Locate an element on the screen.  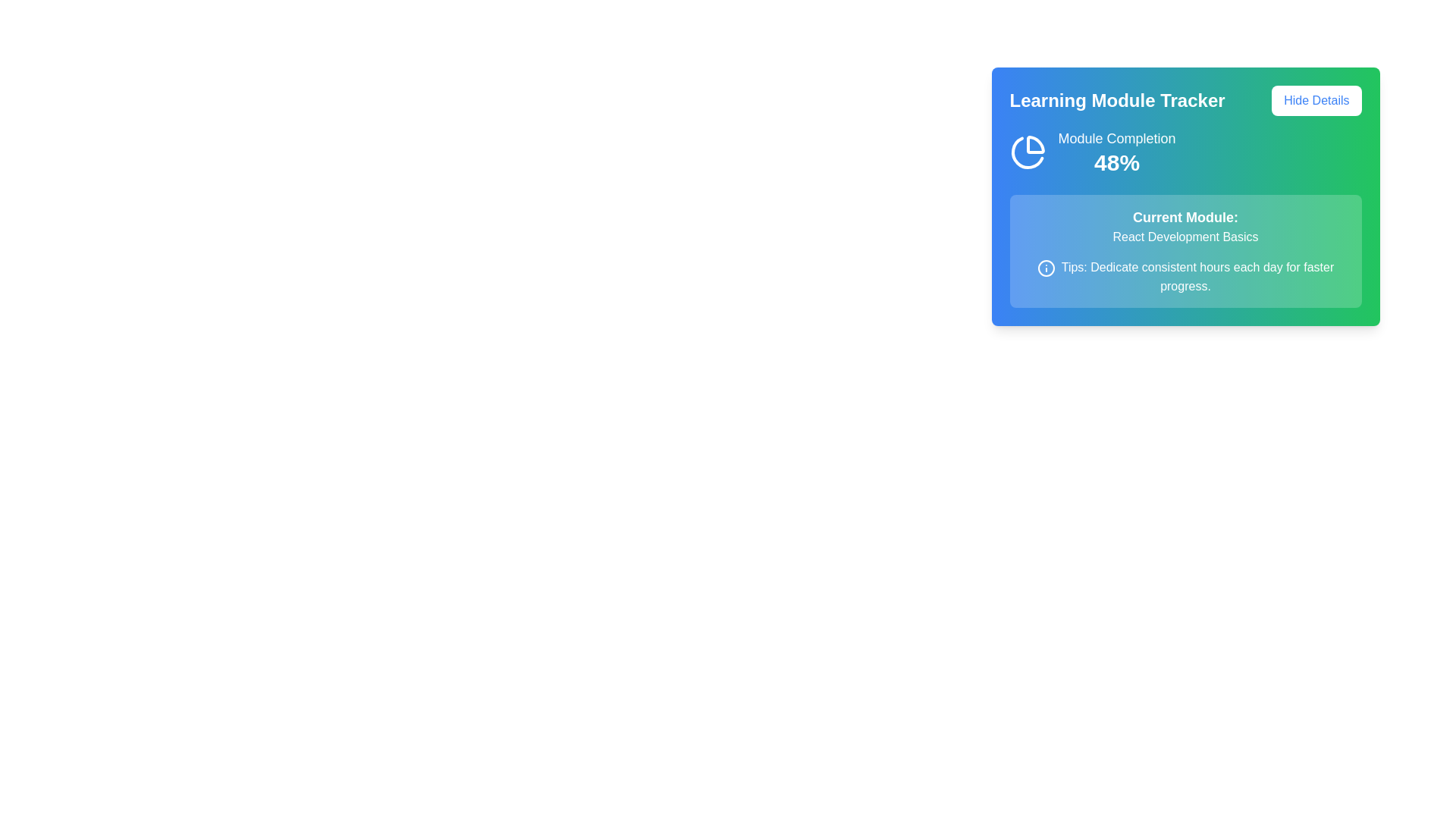
displayed percentage '48%' from the Composite UI element containing text elements, which features a bold font and is located in the top-right quadrant of the 'Learning Module Tracker' card is located at coordinates (1117, 152).